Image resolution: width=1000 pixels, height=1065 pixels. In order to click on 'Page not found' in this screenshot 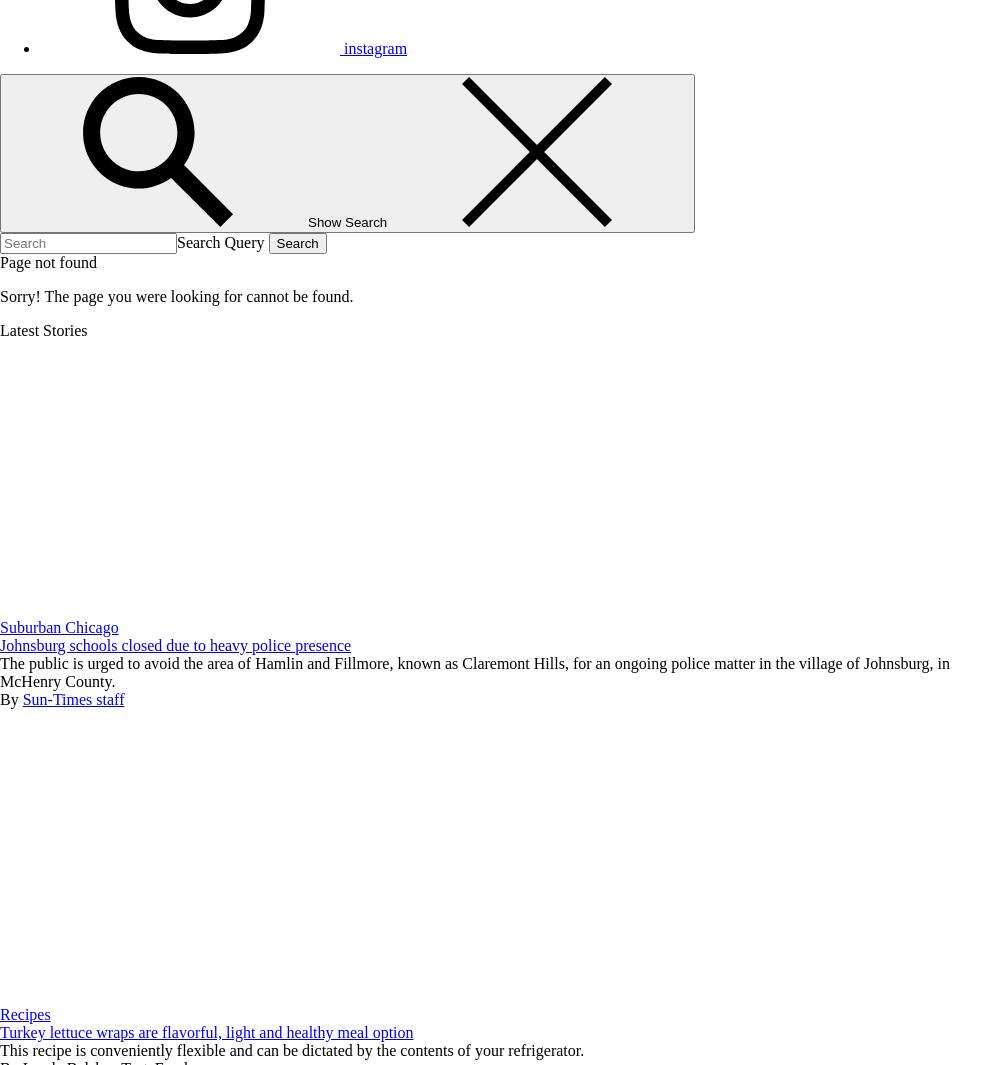, I will do `click(0, 261)`.